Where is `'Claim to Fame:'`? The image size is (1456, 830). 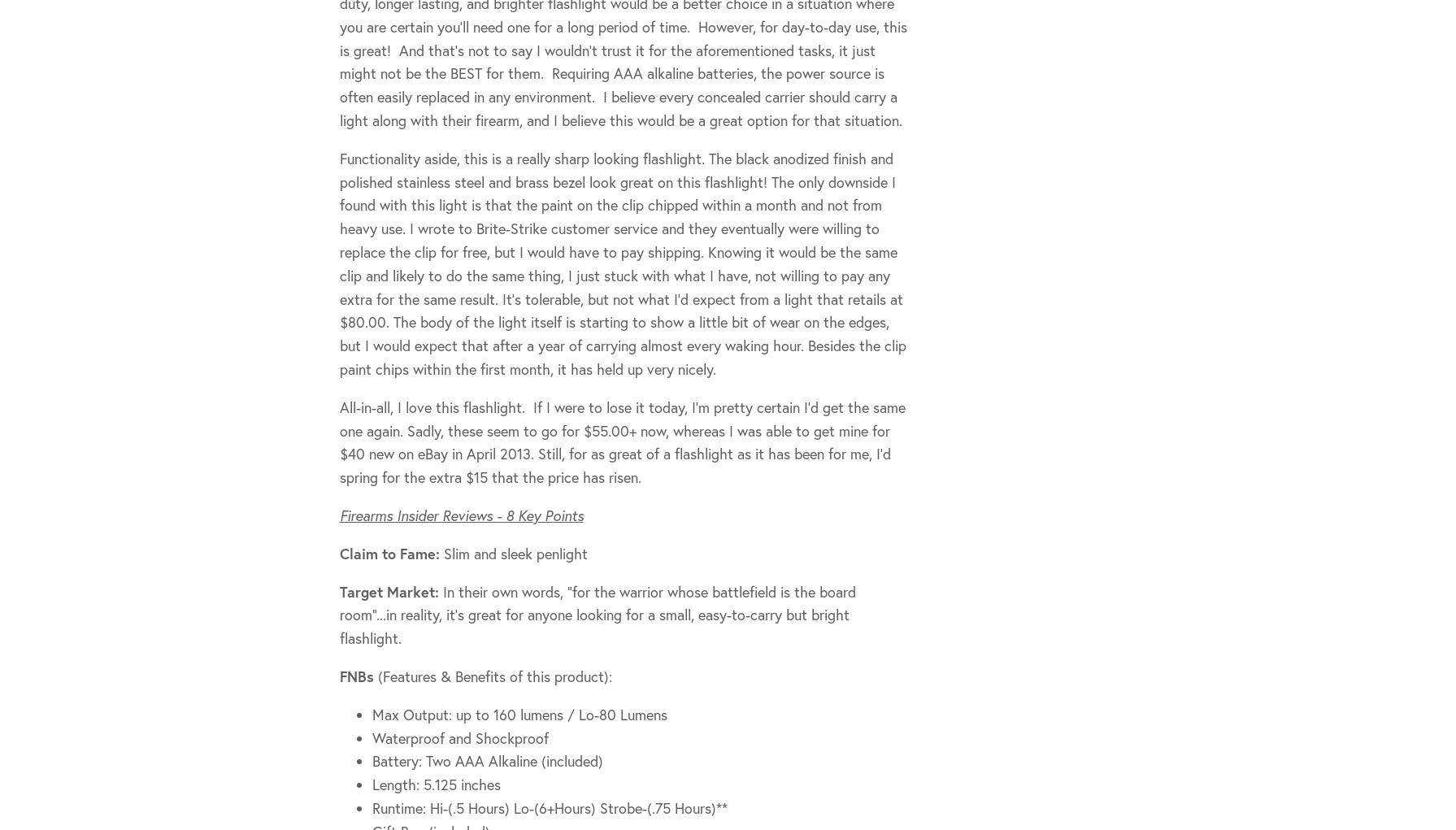
'Claim to Fame:' is located at coordinates (391, 552).